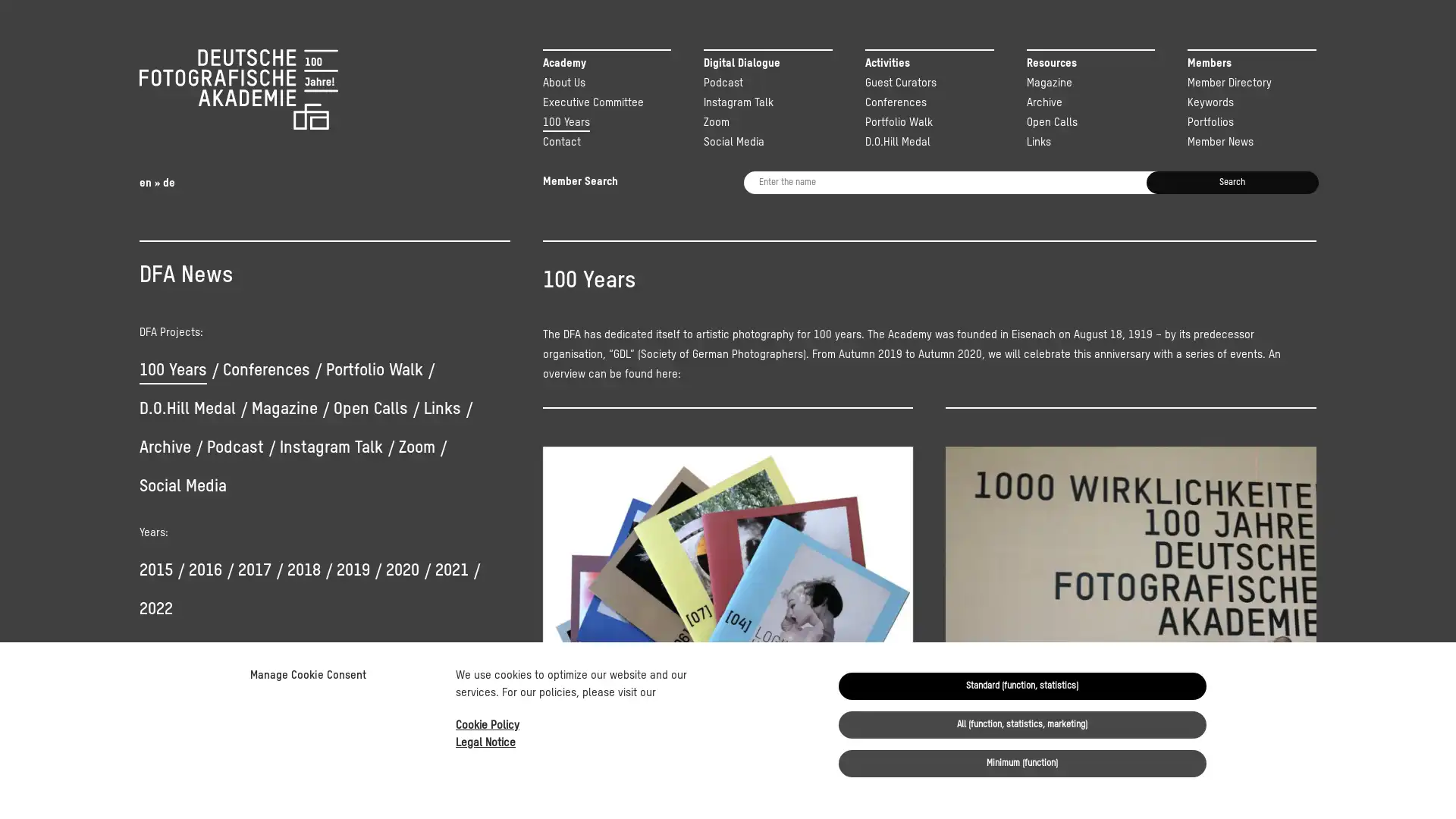 The height and width of the screenshot is (819, 1456). I want to click on 2019, so click(352, 570).